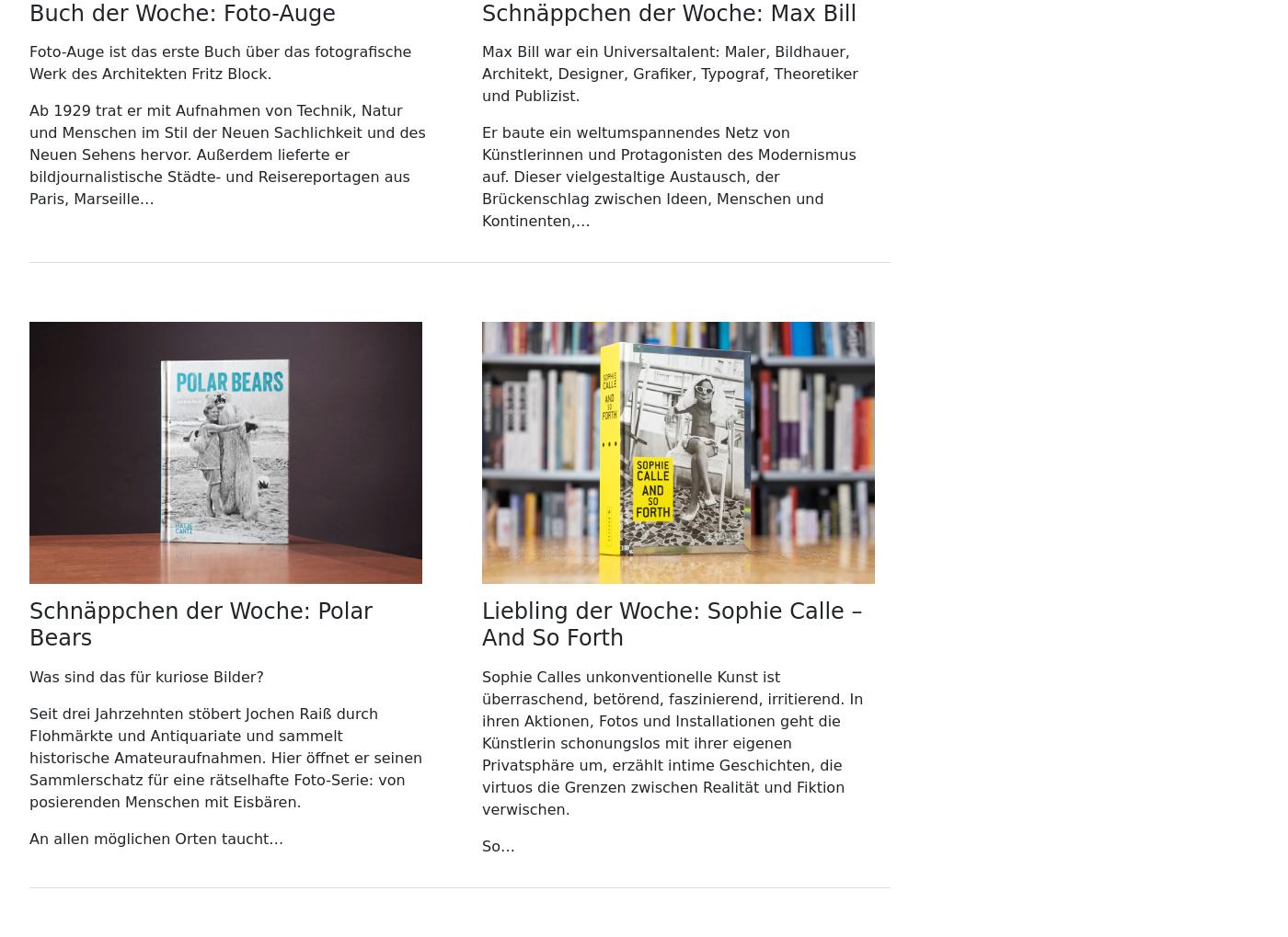 The image size is (1288, 937). I want to click on '50679 Köln', so click(523, 56).